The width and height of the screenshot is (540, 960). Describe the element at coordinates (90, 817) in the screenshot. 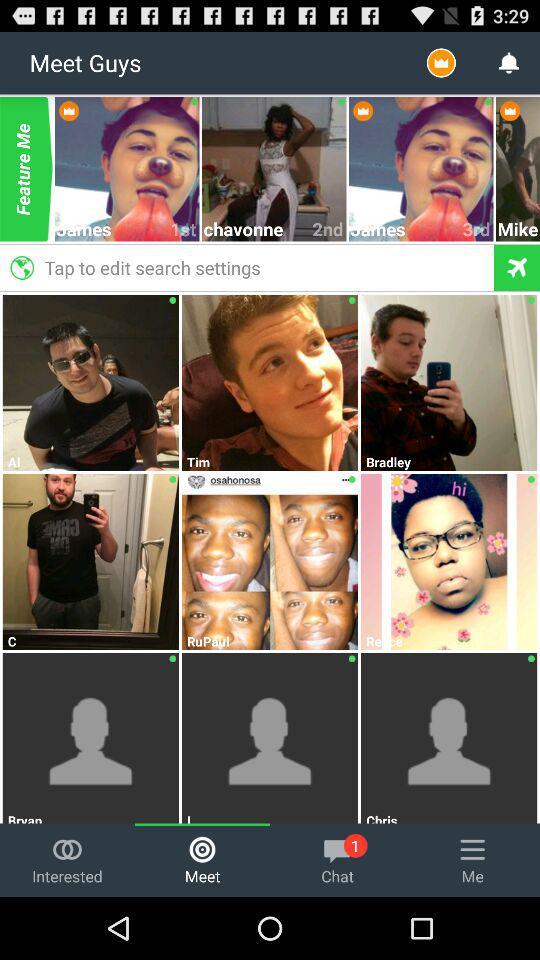

I see `bryan icon` at that location.